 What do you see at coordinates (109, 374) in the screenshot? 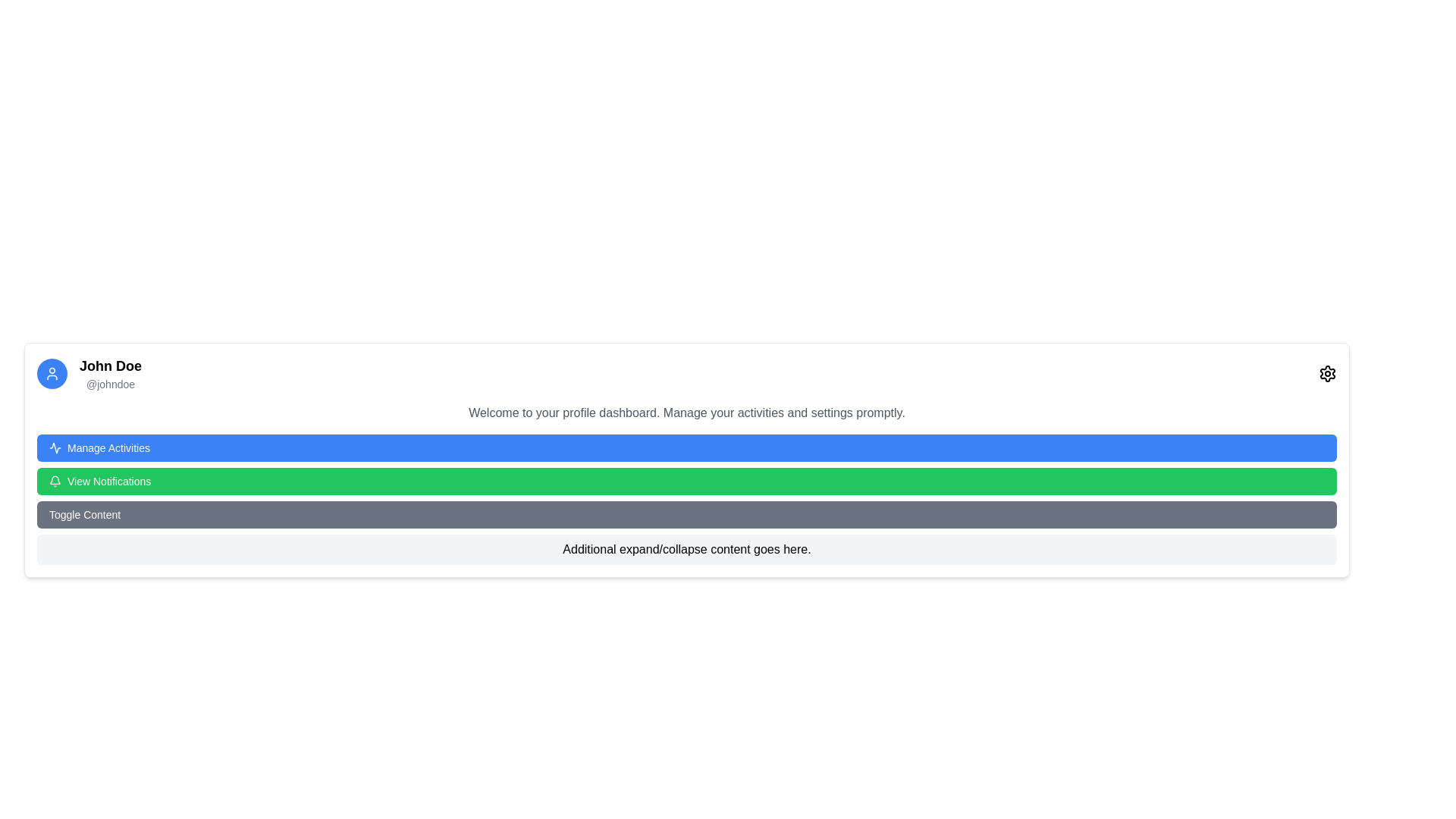
I see `the Text Display component that shows the user's name and username handle for additional actions or navigation` at bounding box center [109, 374].